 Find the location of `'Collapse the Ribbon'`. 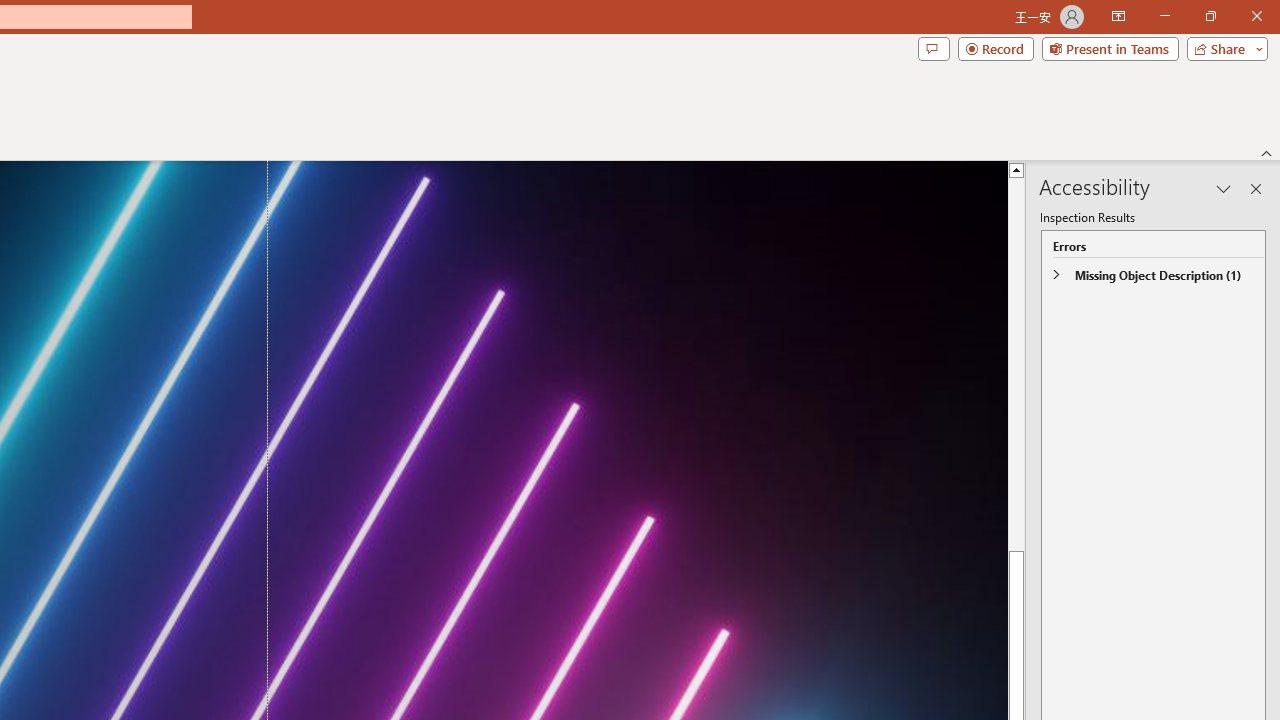

'Collapse the Ribbon' is located at coordinates (1266, 152).